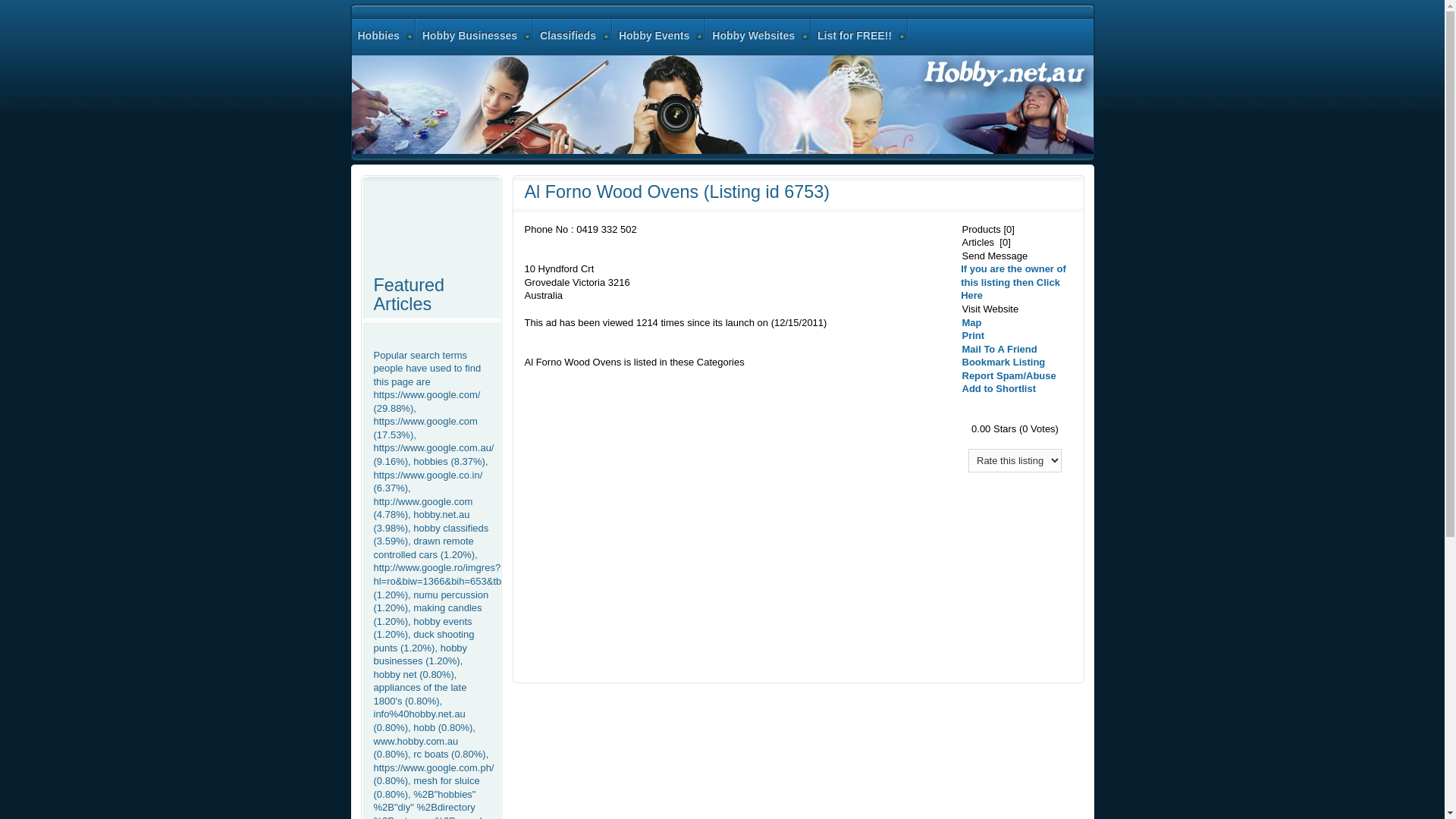 This screenshot has height=819, width=1456. I want to click on 'Print', so click(972, 334).